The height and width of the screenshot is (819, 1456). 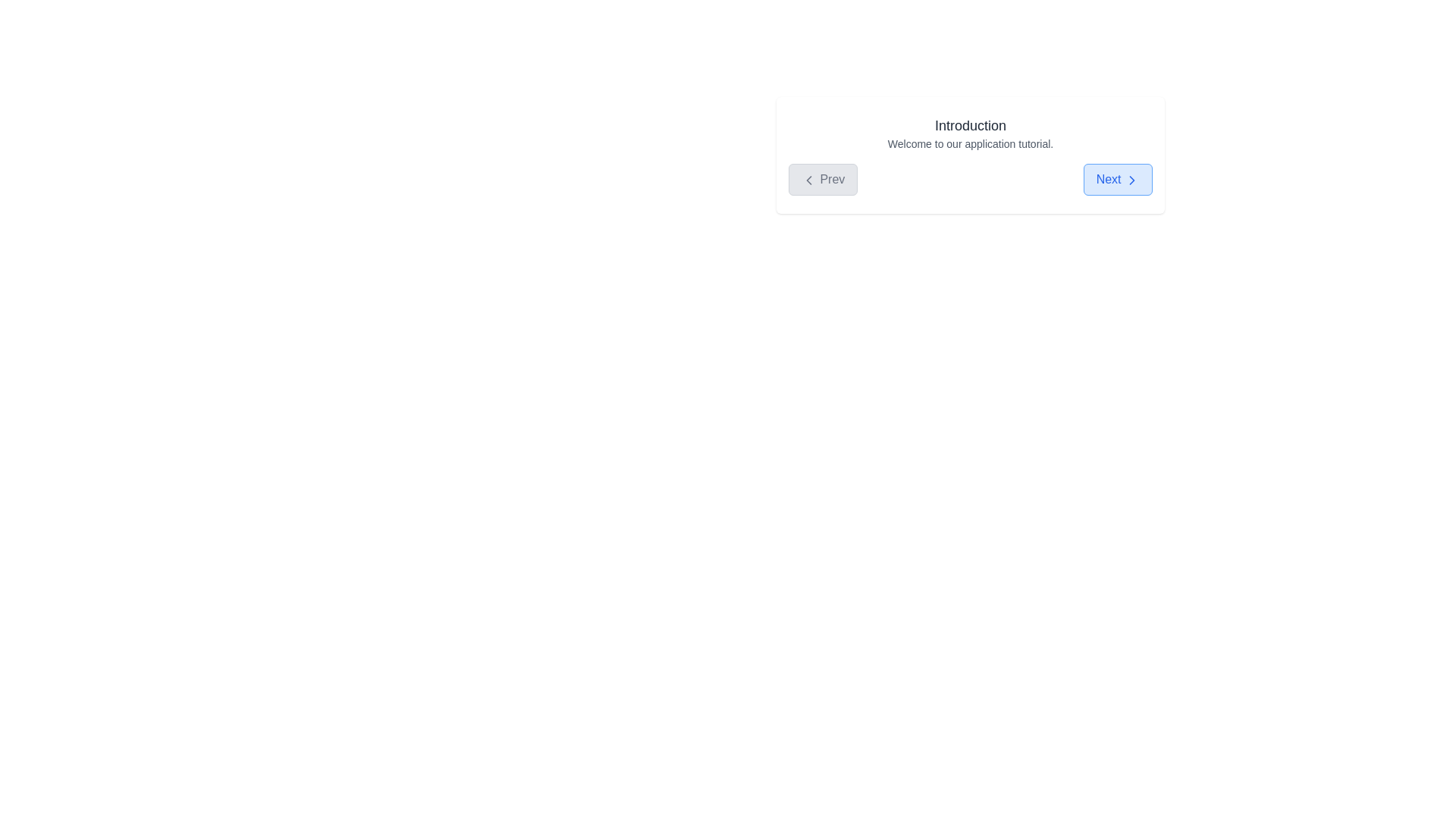 I want to click on the introductory header text block located at the center-top of the rectangular box, which is positioned above the navigation buttons labeled 'Prev' and 'Next', so click(x=971, y=133).